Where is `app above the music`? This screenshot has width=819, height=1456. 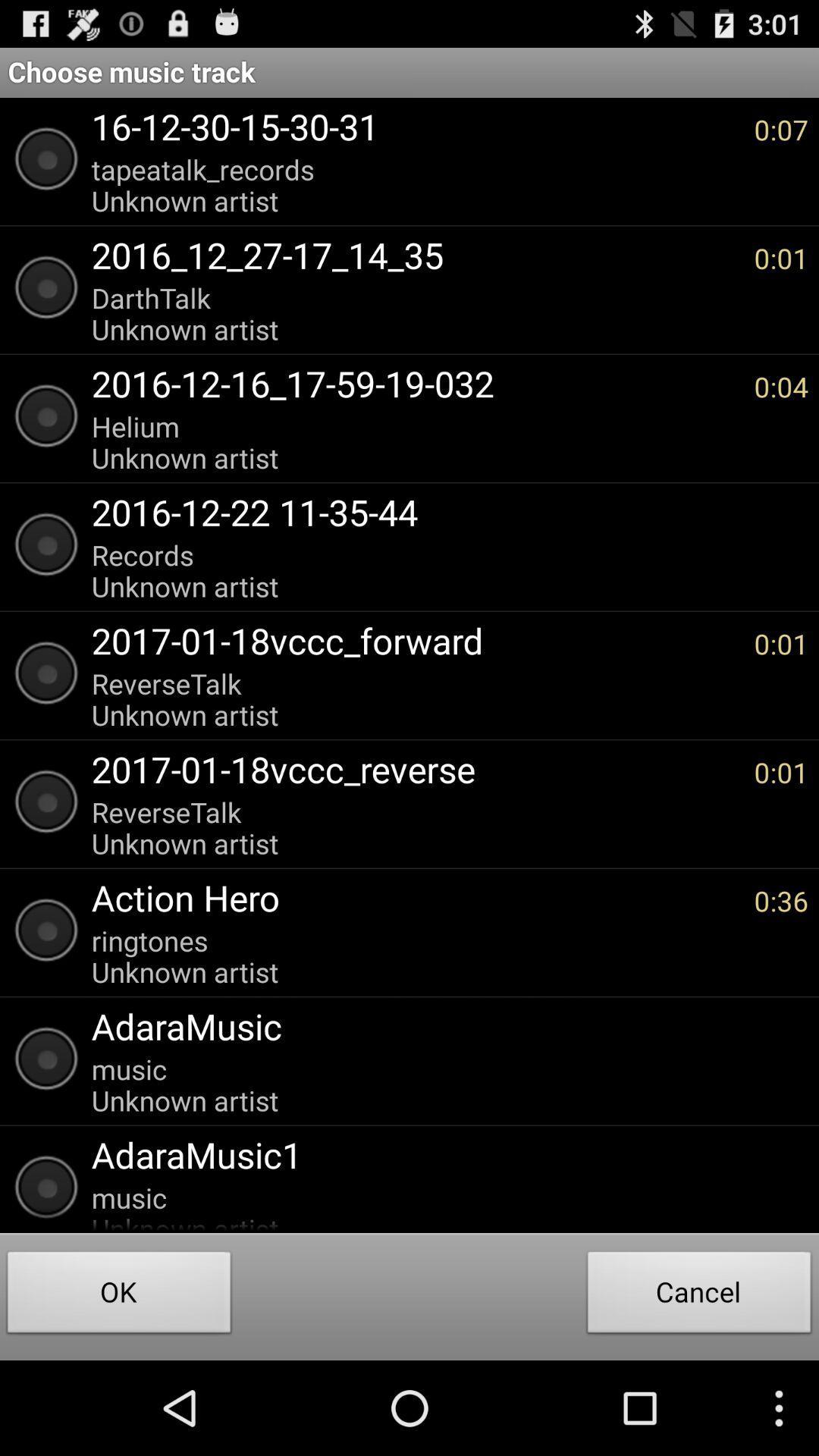
app above the music is located at coordinates (442, 1153).